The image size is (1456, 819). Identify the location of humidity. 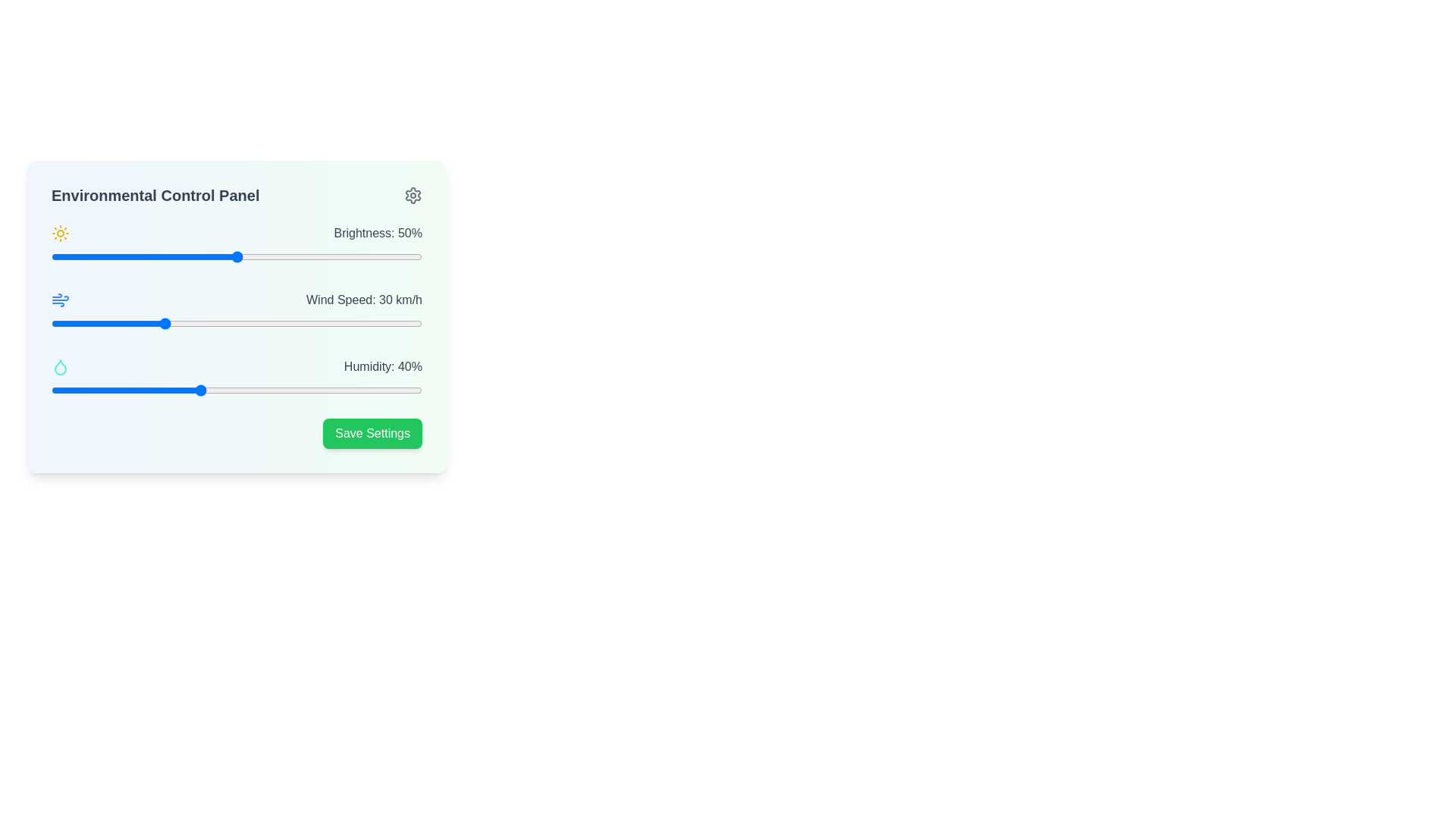
(370, 390).